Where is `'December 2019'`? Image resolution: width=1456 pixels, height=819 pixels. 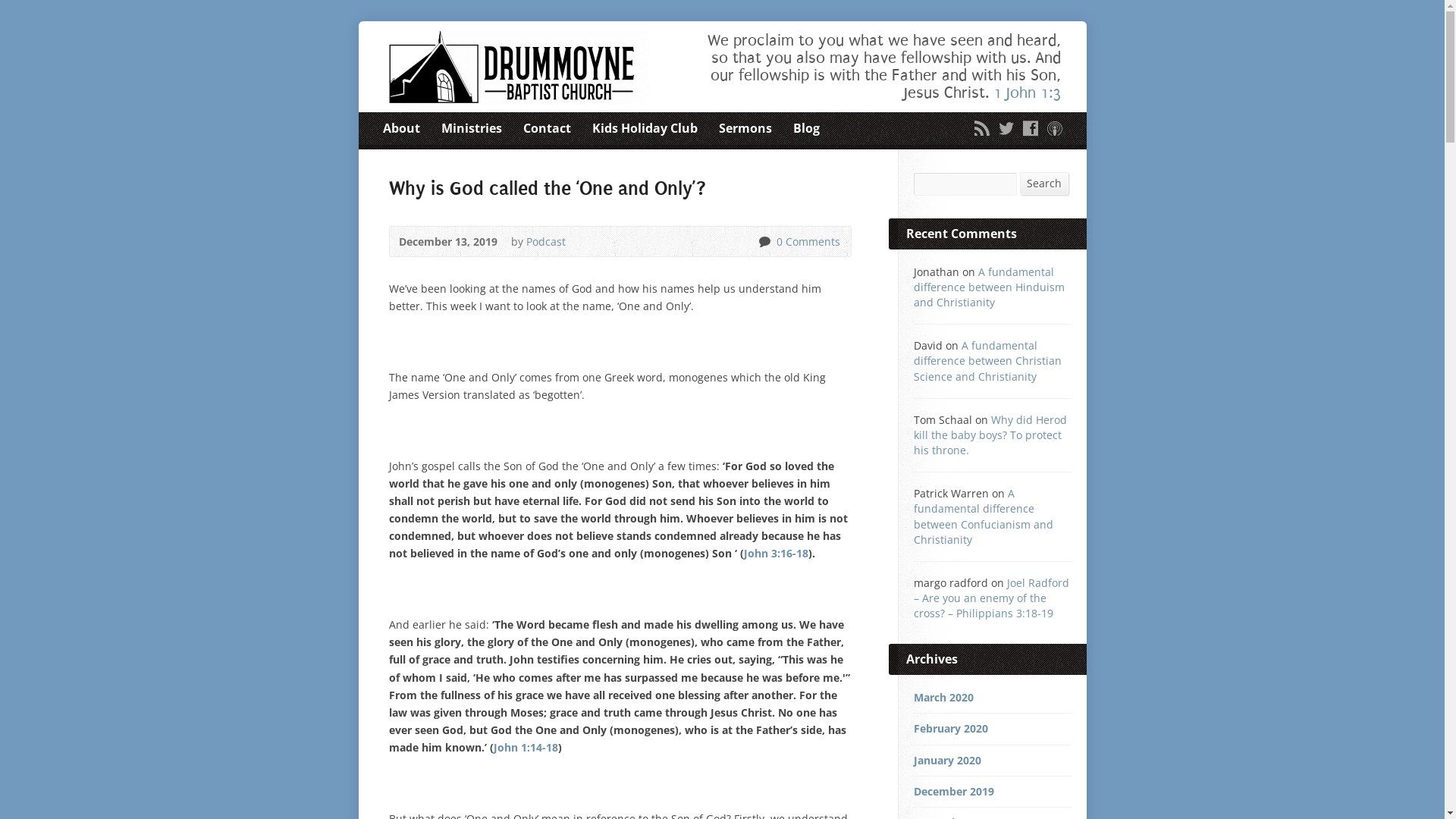
'December 2019' is located at coordinates (952, 790).